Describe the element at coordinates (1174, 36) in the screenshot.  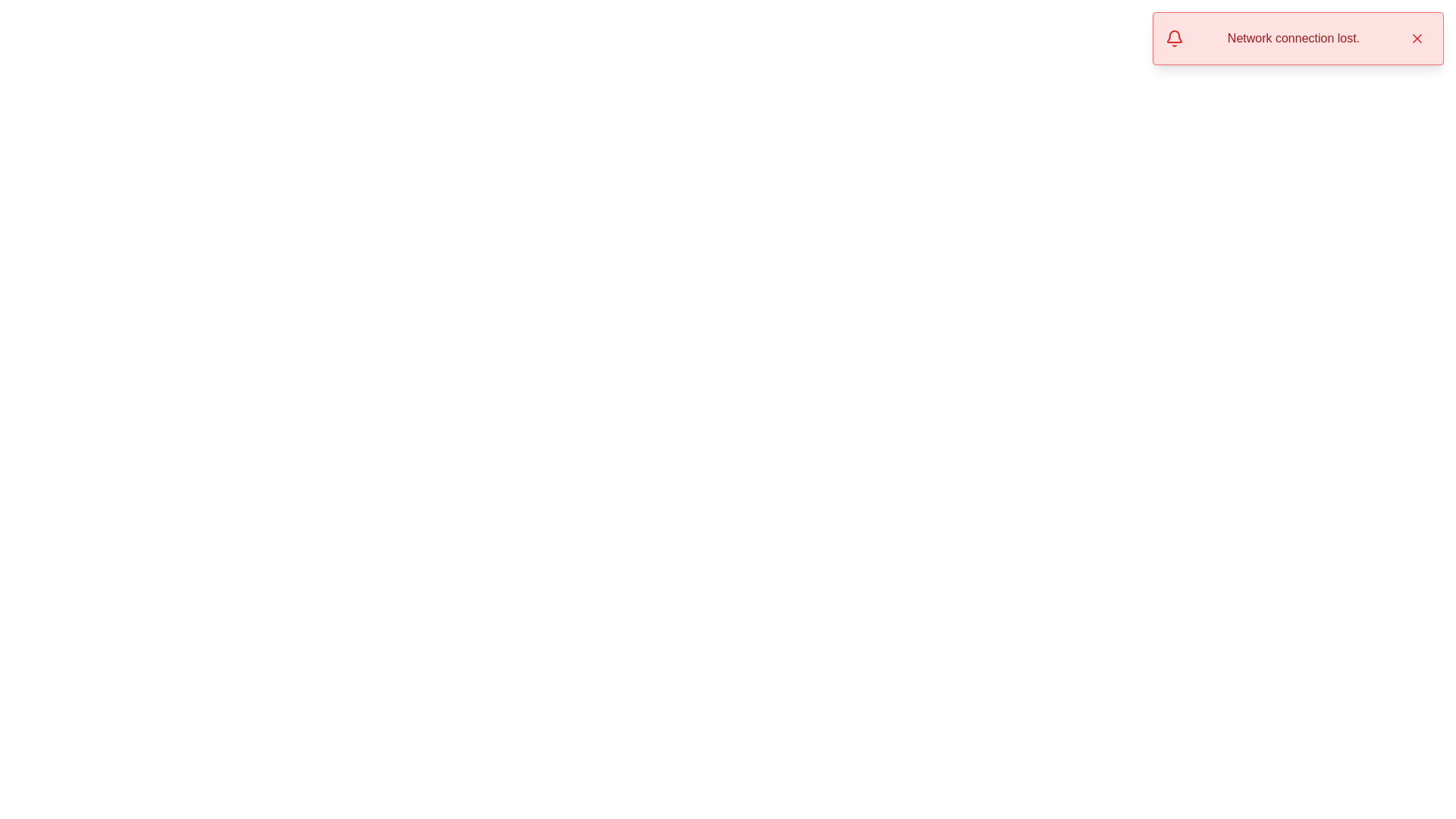
I see `the red bell-shaped icon located in the top-right corner of the notification message box` at that location.